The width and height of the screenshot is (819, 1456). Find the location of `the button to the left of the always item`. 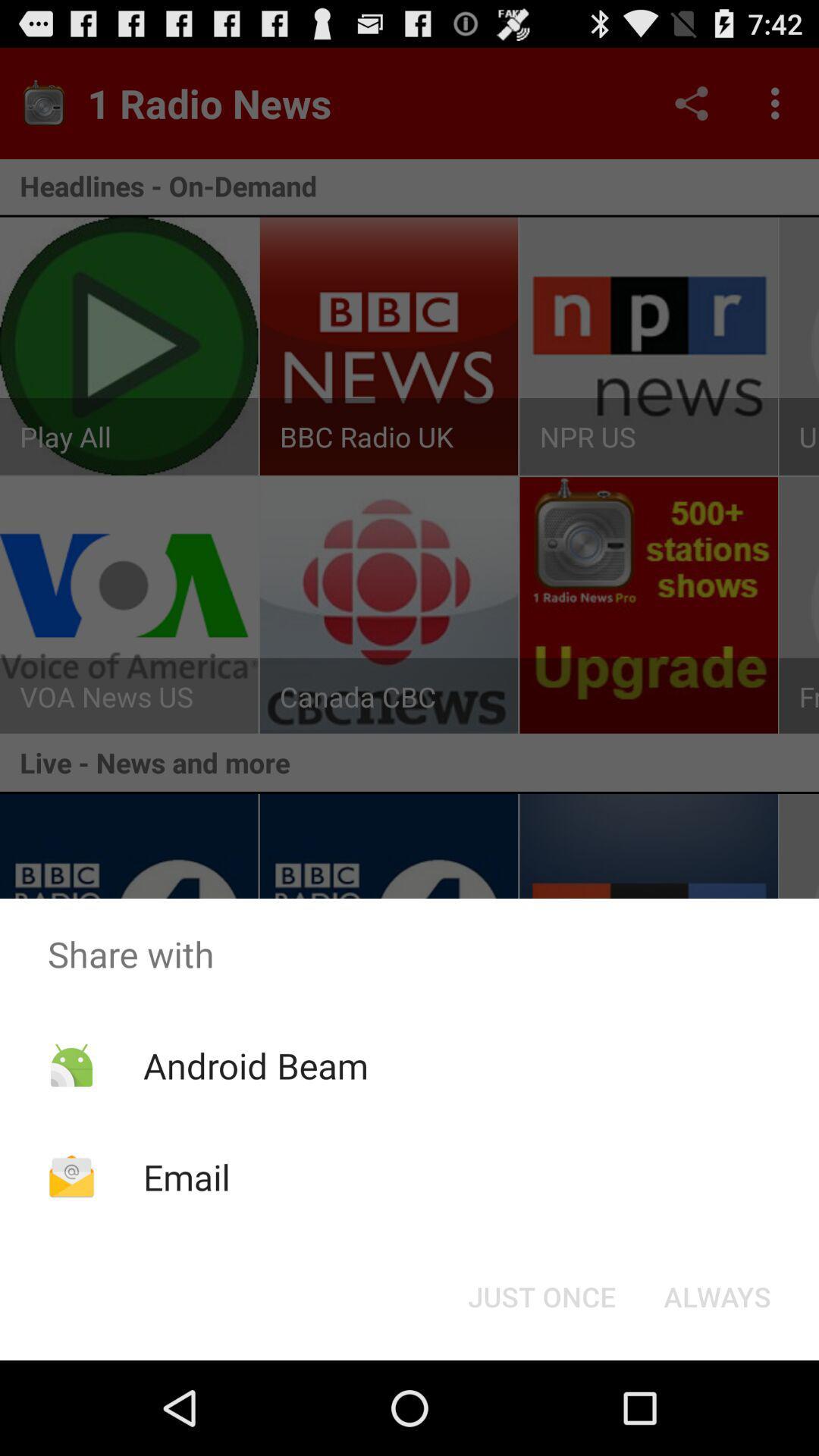

the button to the left of the always item is located at coordinates (541, 1295).